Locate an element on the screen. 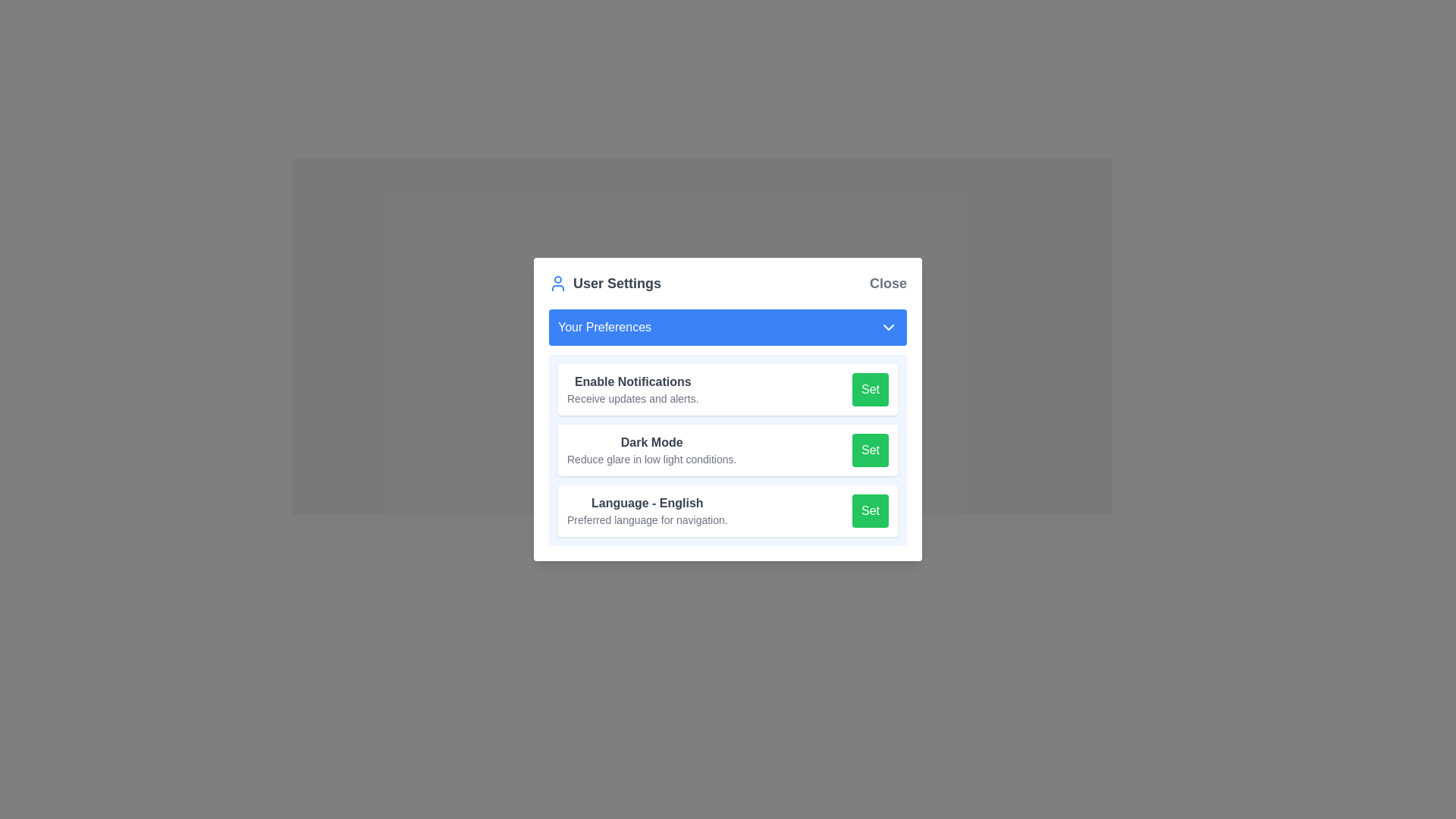 This screenshot has height=819, width=1456. the downwards-pointing chevron icon on the blue background is located at coordinates (888, 327).